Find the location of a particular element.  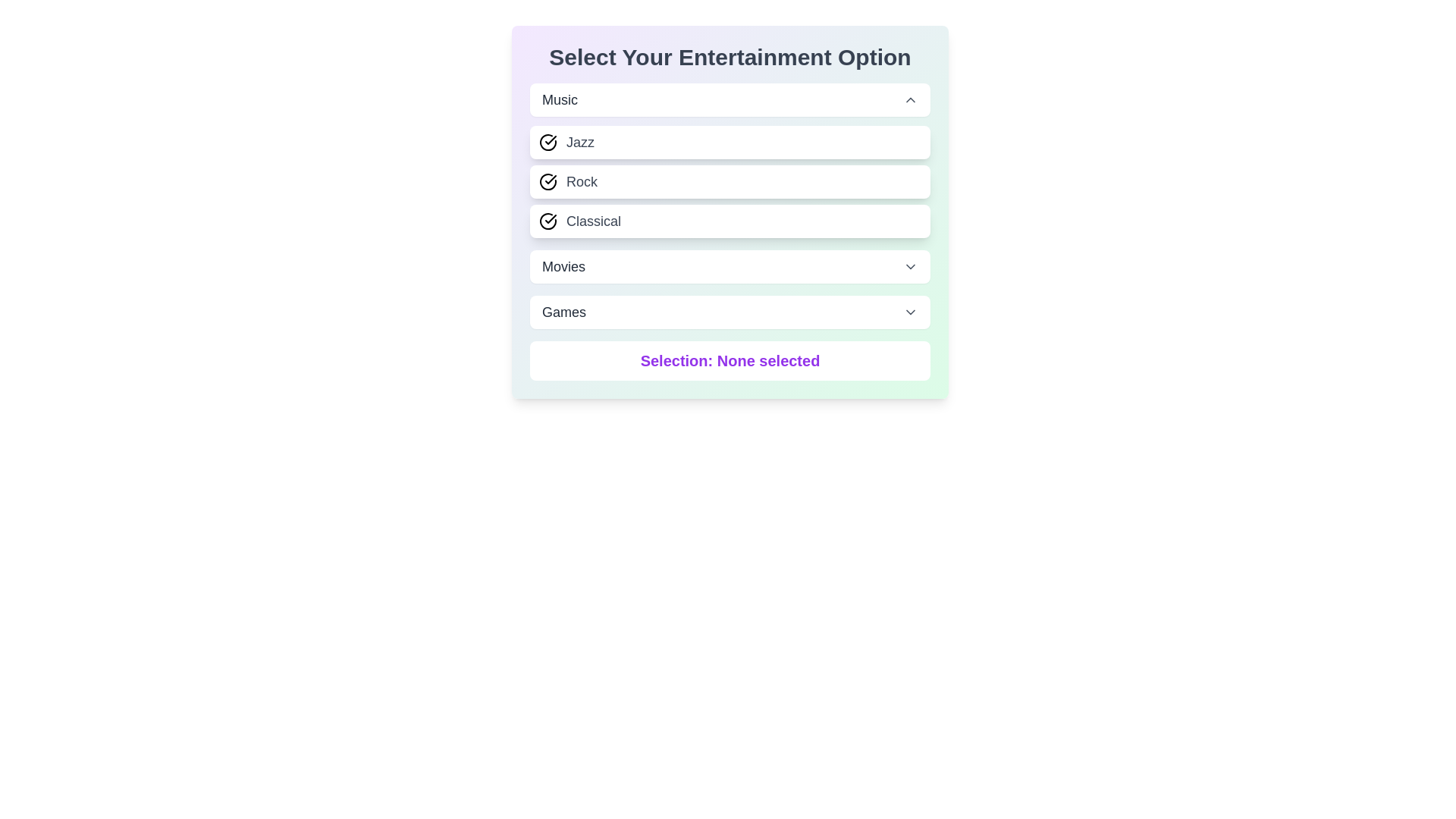

the 'Rock' radio button, which is the second option under the 'Music' section is located at coordinates (730, 180).